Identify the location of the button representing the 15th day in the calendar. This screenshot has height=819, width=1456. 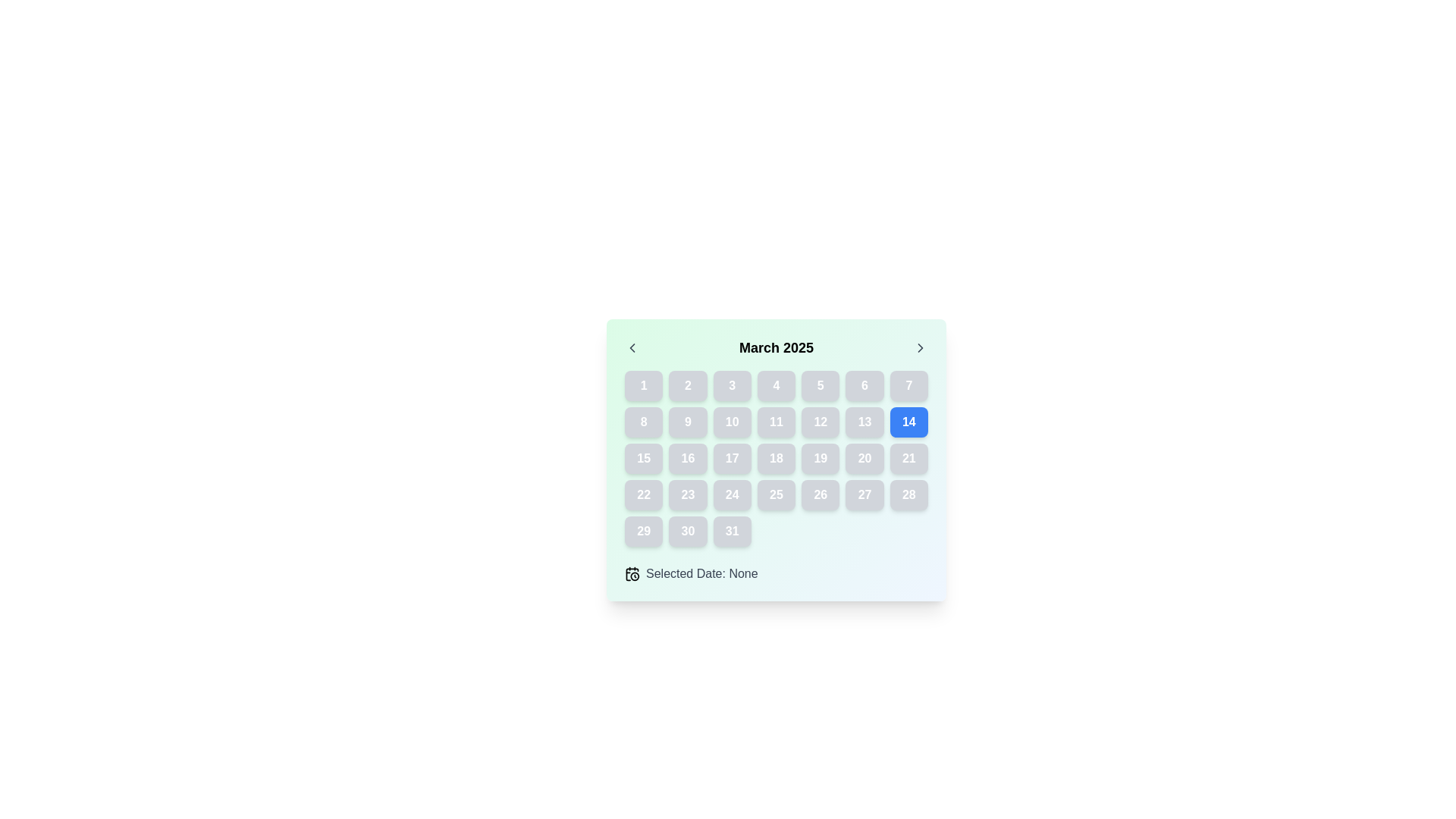
(644, 458).